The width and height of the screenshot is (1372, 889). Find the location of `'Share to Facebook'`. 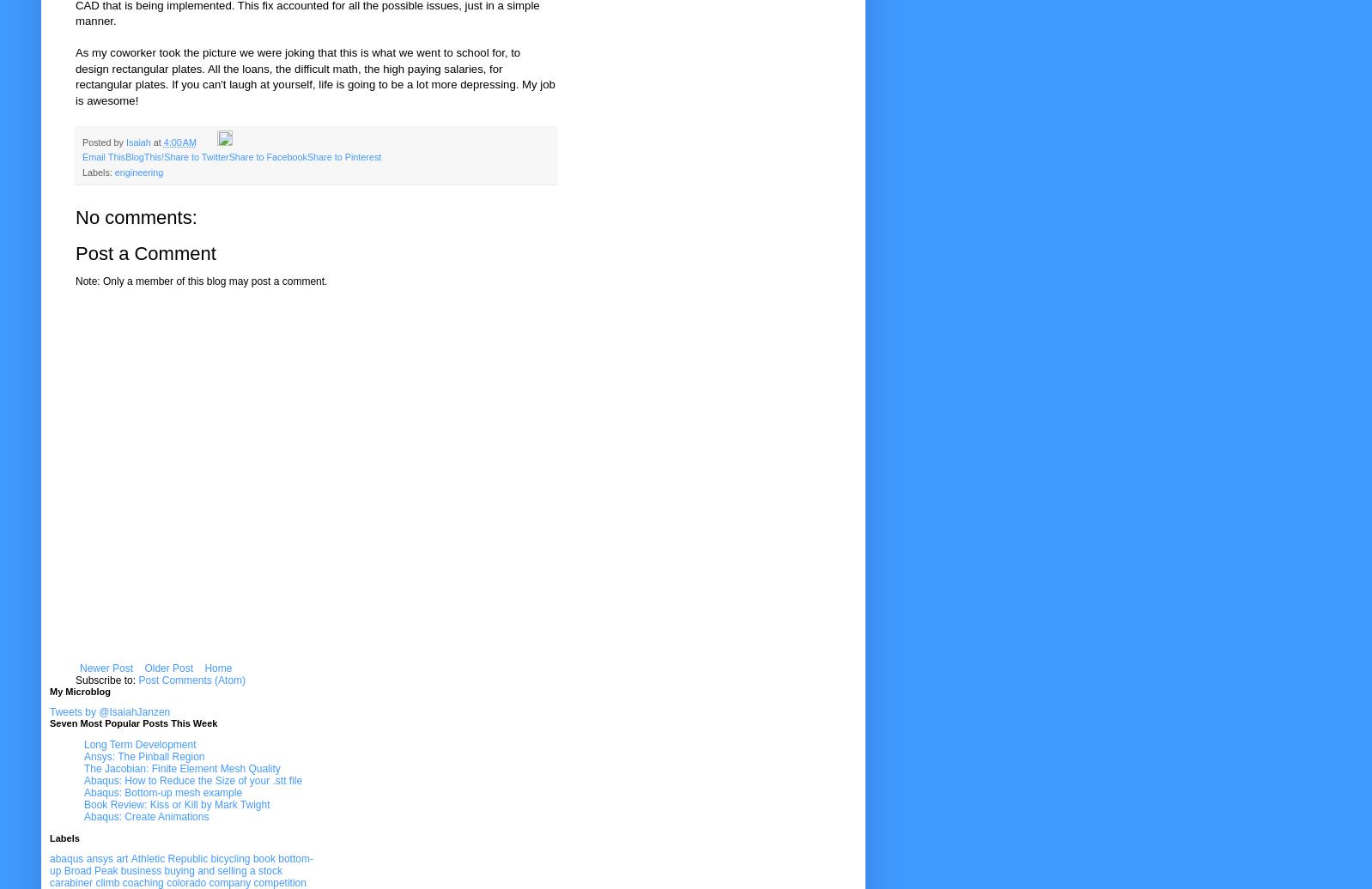

'Share to Facebook' is located at coordinates (266, 156).